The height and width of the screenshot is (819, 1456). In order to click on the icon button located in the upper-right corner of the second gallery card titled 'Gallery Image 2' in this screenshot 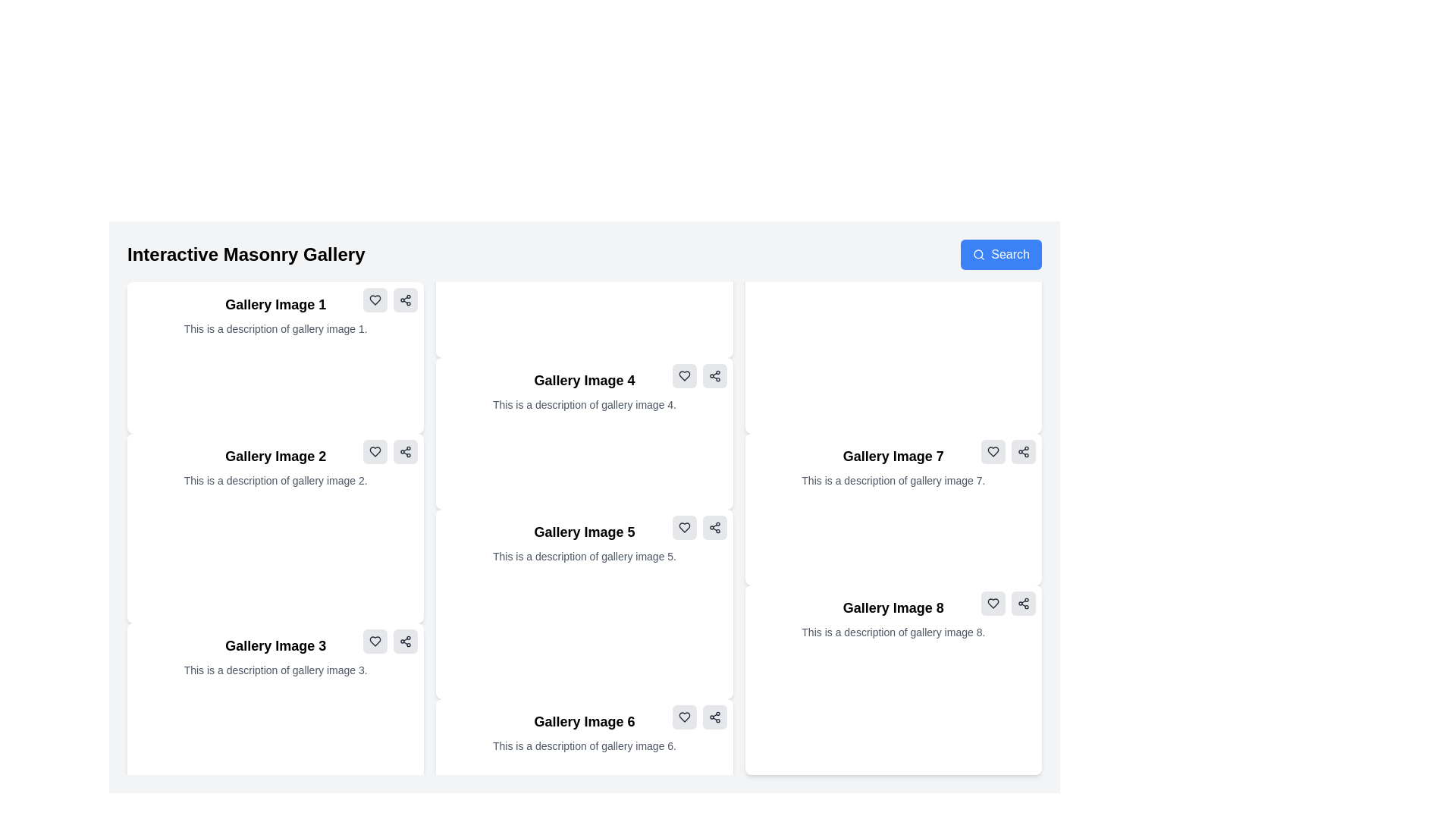, I will do `click(406, 451)`.